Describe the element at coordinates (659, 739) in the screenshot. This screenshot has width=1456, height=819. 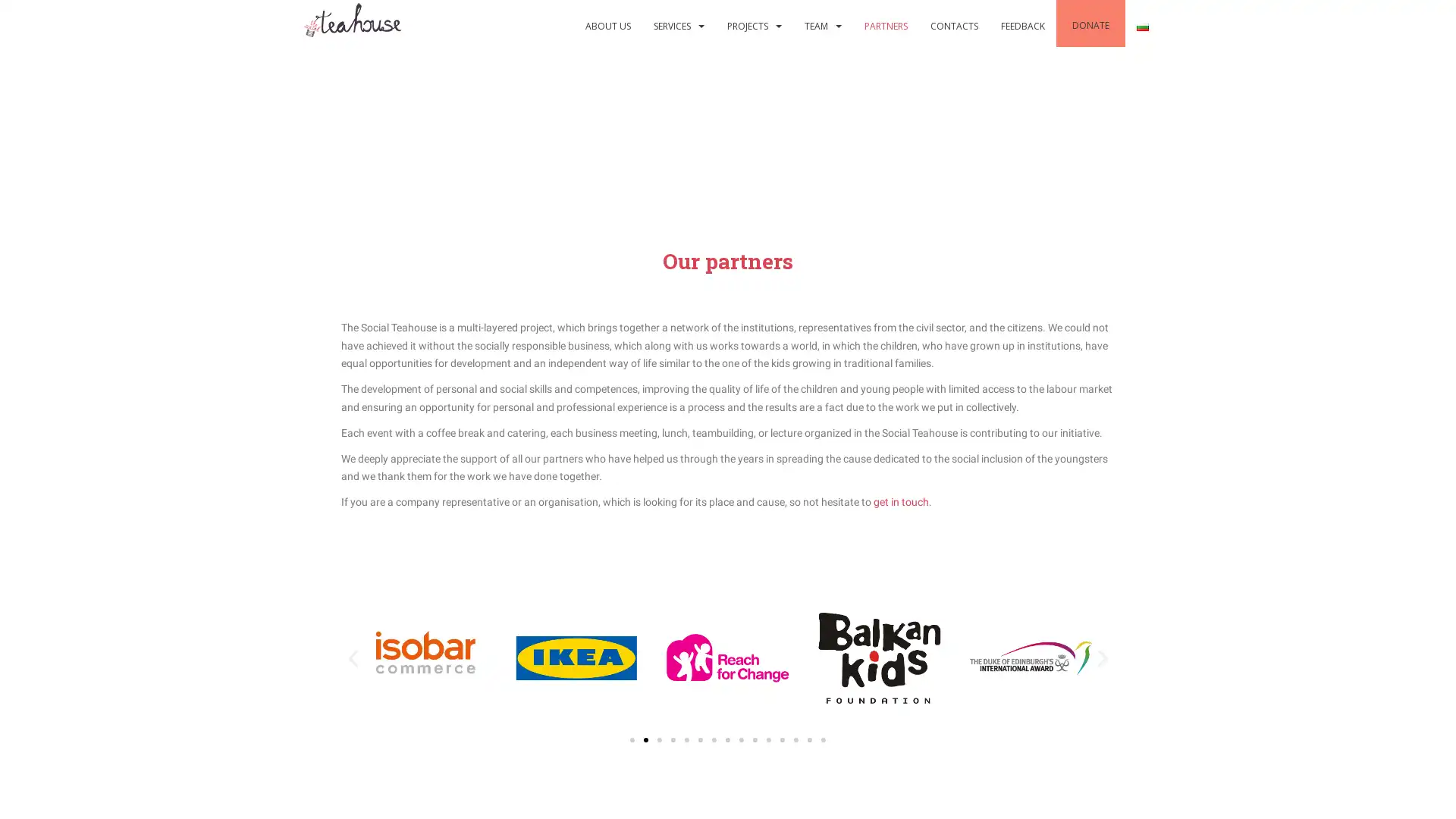
I see `Go to slide 3` at that location.